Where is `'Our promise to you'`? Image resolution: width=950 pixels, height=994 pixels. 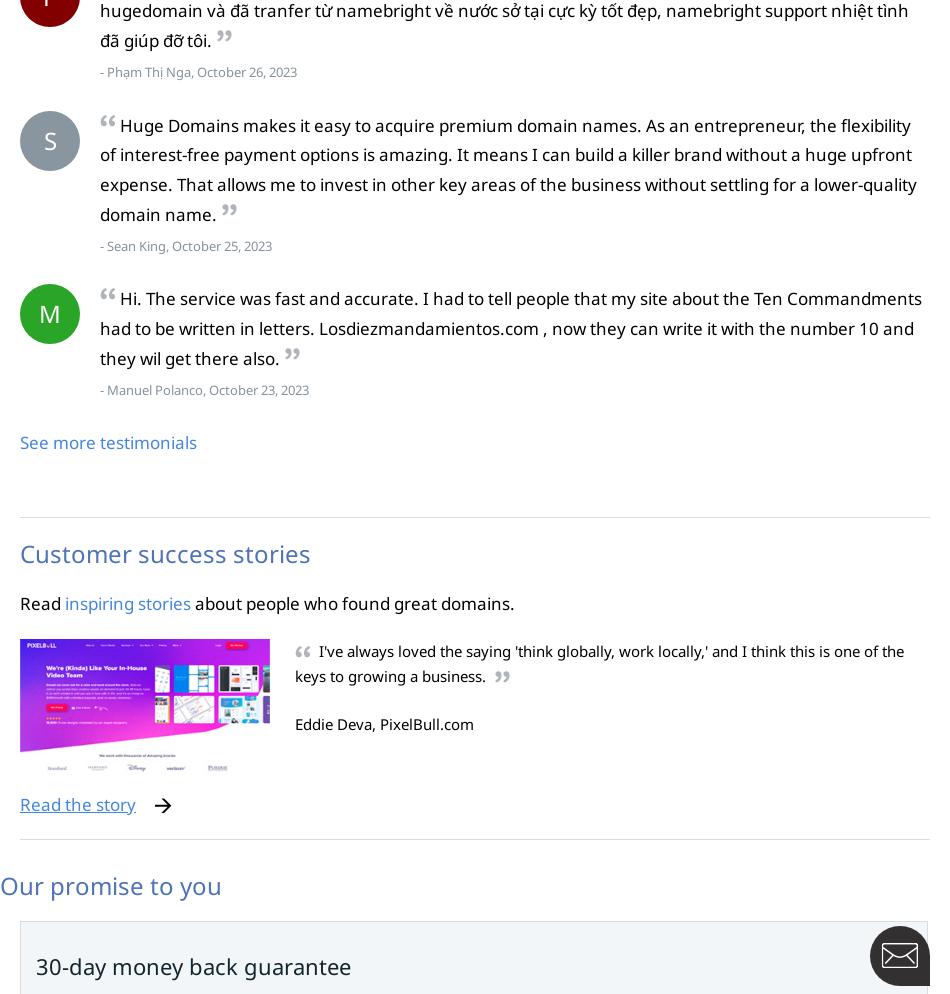 'Our promise to you' is located at coordinates (110, 885).